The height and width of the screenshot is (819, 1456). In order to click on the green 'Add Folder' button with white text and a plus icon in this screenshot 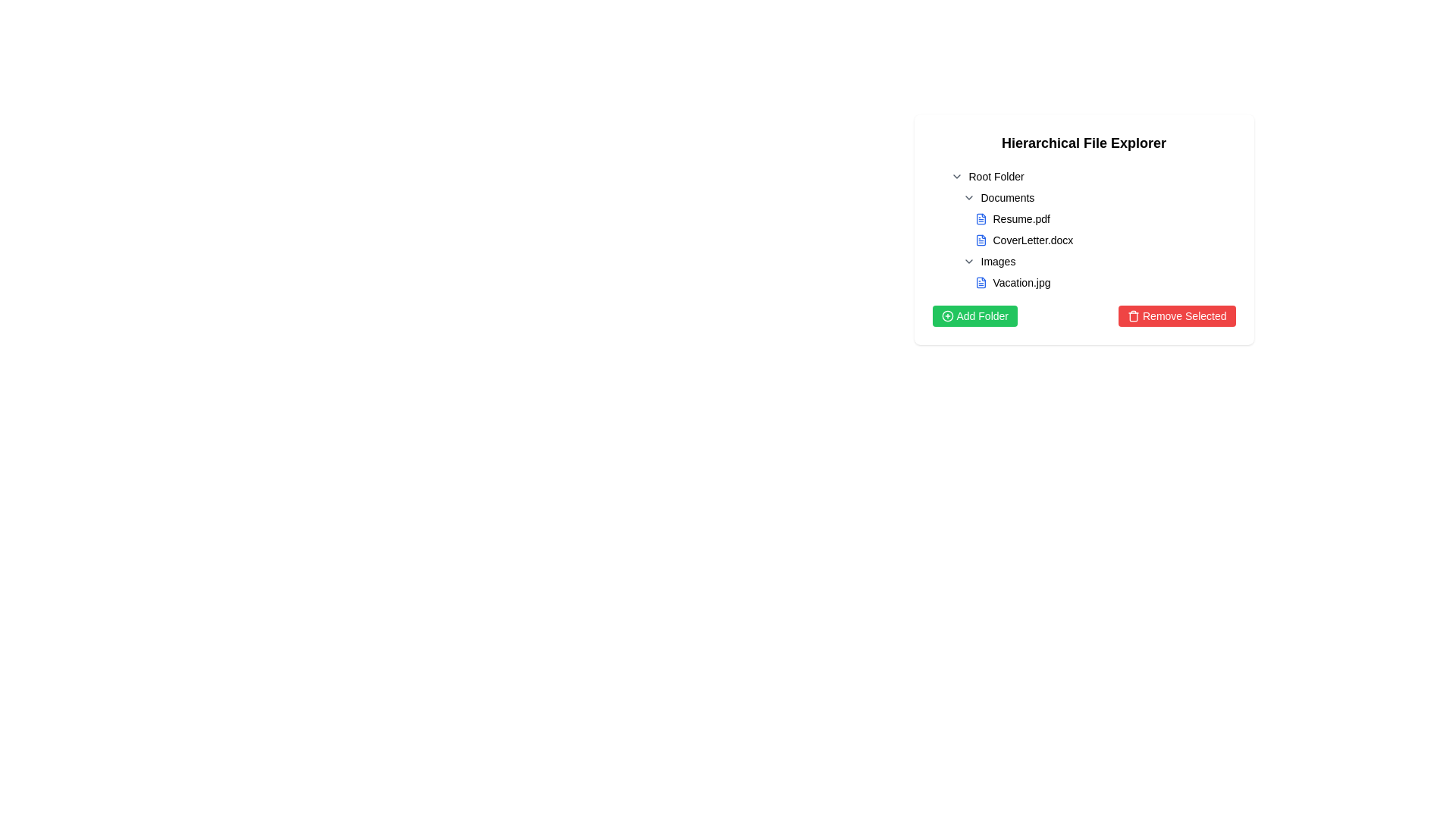, I will do `click(974, 315)`.